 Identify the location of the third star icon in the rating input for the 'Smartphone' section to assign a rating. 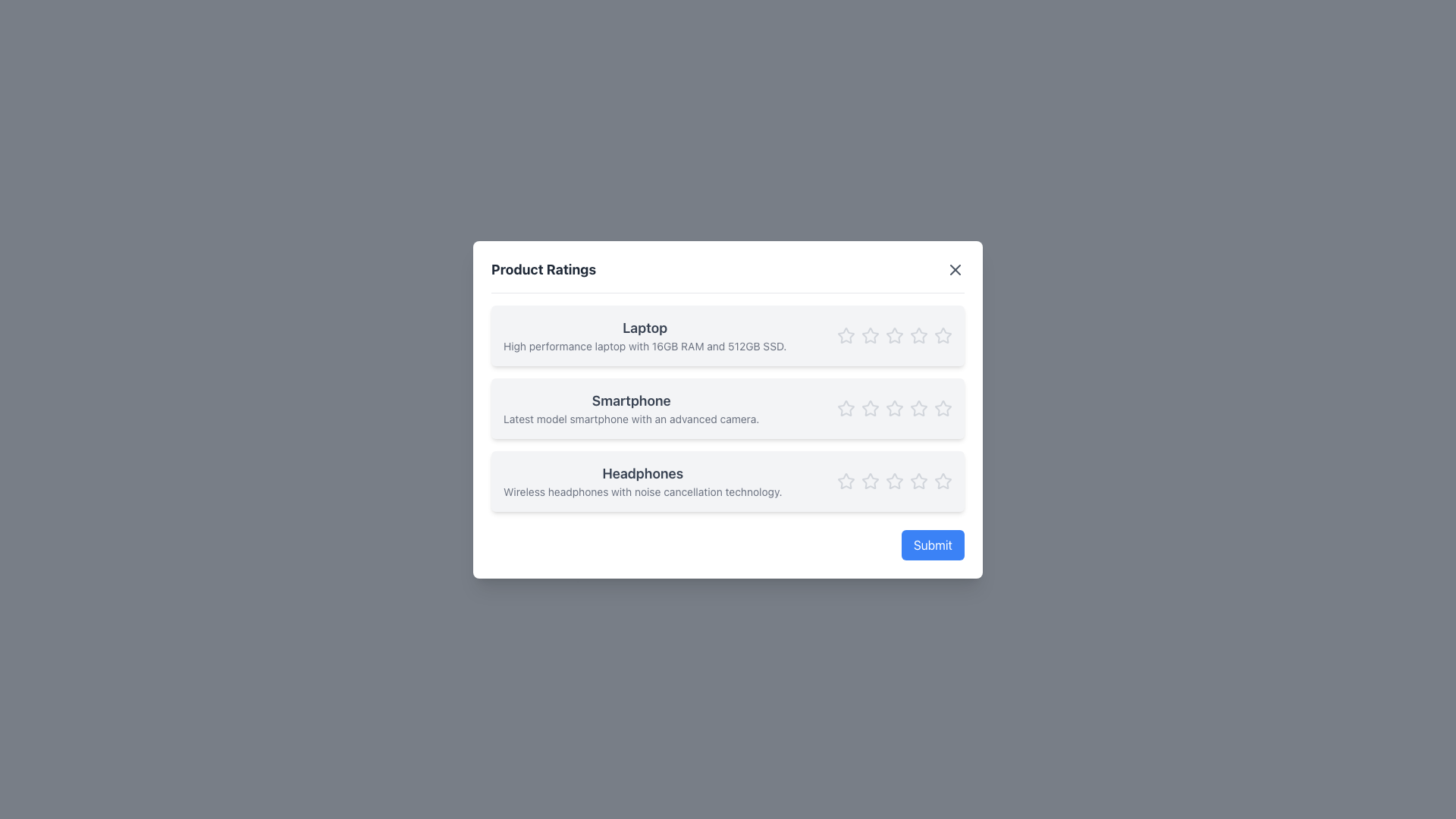
(870, 406).